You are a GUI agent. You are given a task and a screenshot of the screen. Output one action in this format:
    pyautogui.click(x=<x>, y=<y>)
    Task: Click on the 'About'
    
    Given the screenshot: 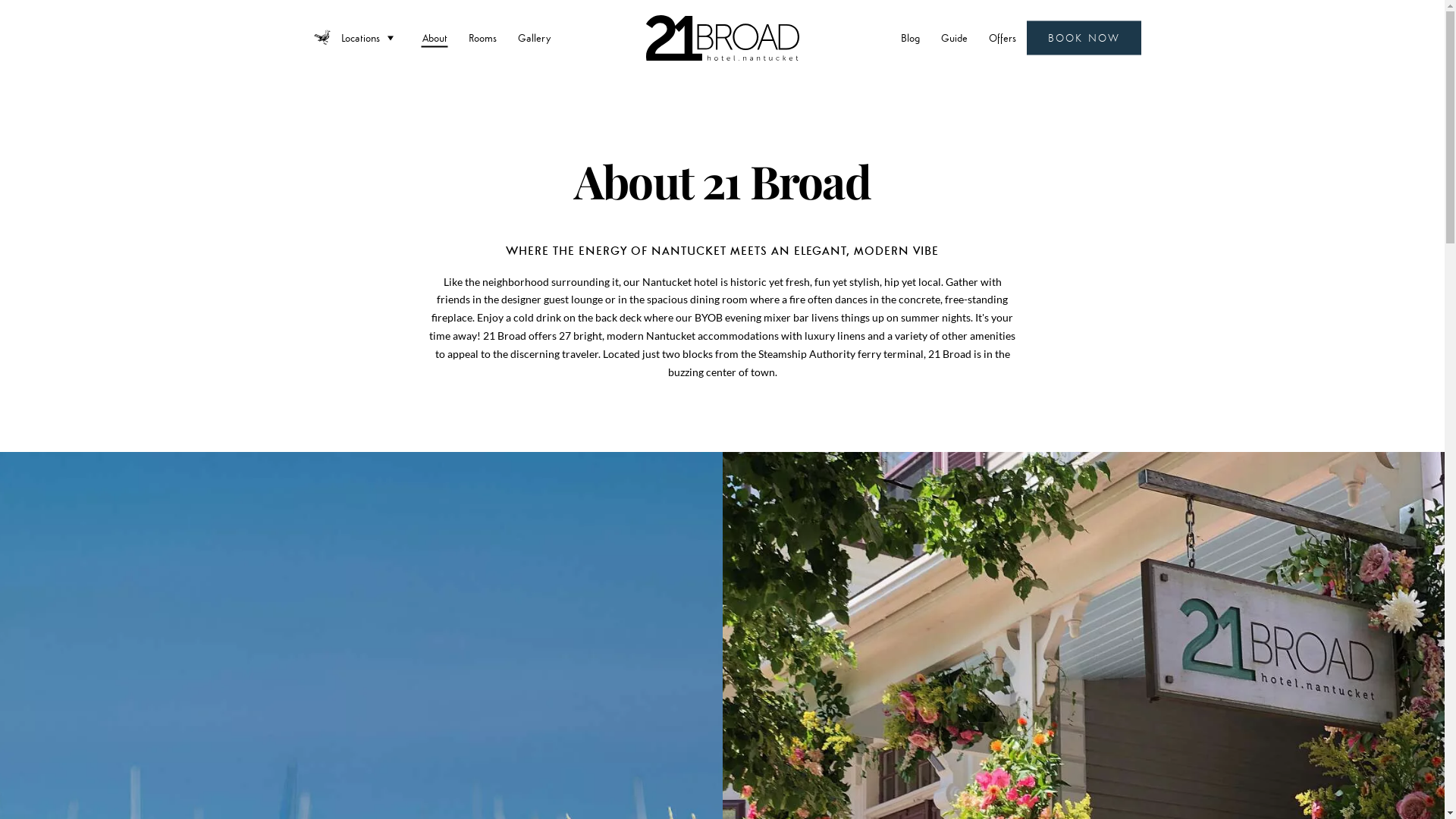 What is the action you would take?
    pyautogui.click(x=434, y=37)
    